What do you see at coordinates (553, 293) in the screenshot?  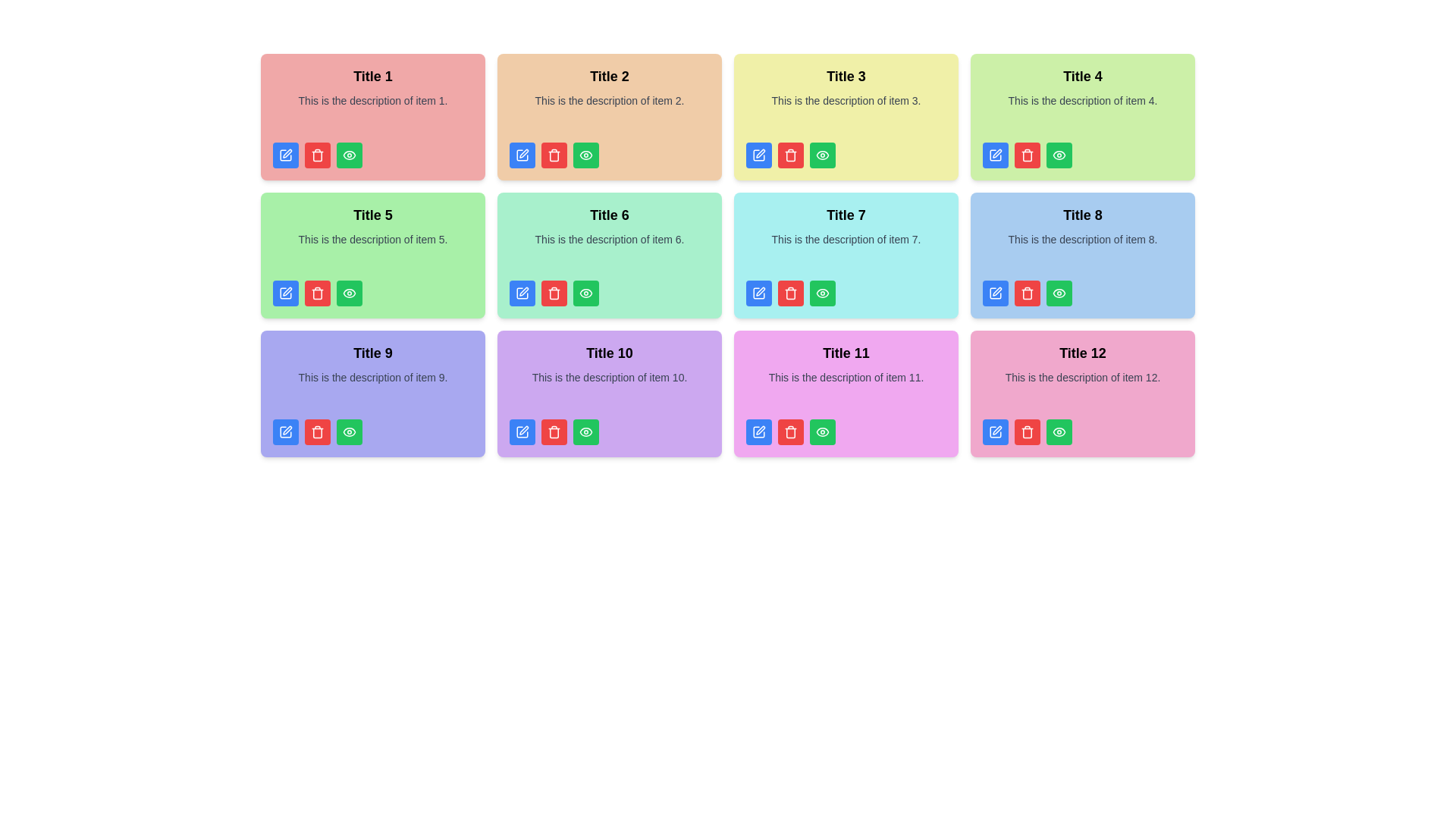 I see `the delete button located centrally within the lower section of the card interface to initiate a delete action` at bounding box center [553, 293].